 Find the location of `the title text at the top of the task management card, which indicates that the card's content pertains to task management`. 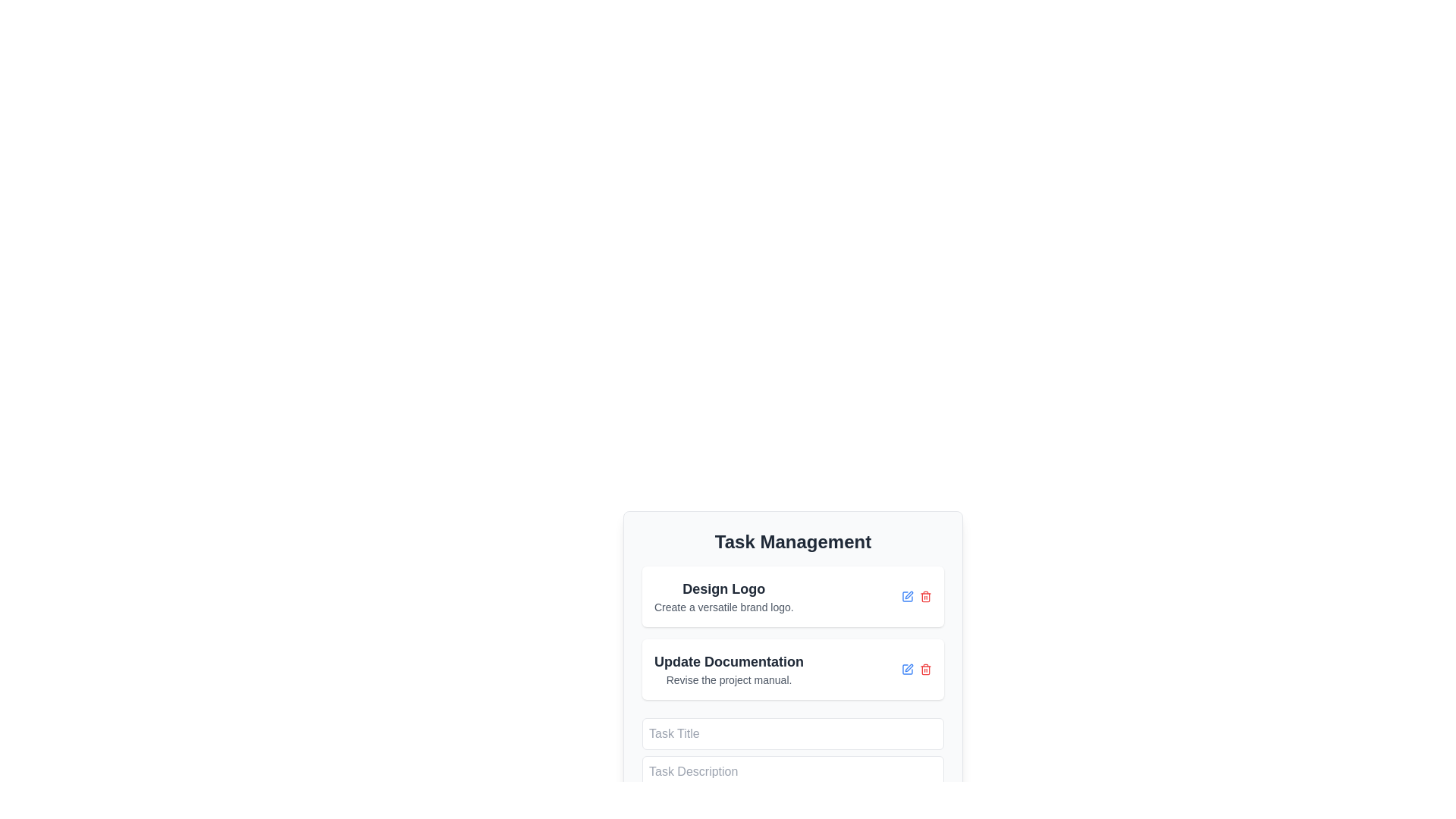

the title text at the top of the task management card, which indicates that the card's content pertains to task management is located at coordinates (792, 541).